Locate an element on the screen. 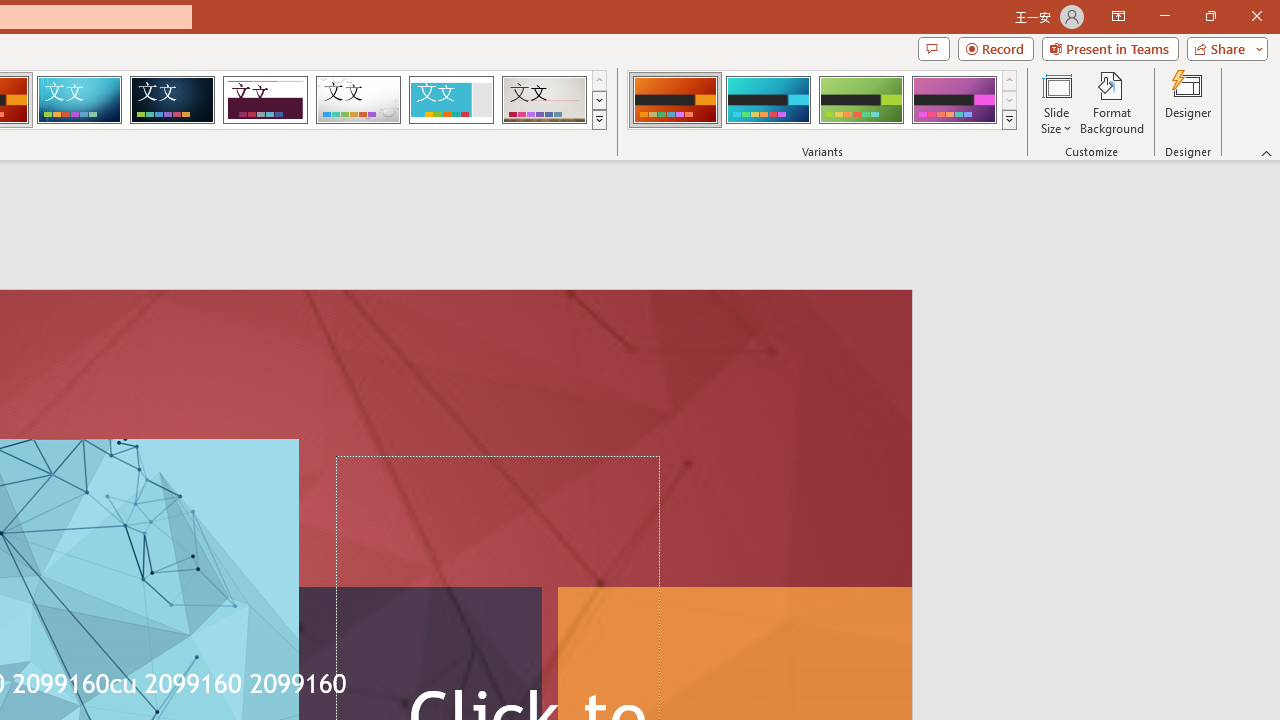  'Circuit' is located at coordinates (79, 100).